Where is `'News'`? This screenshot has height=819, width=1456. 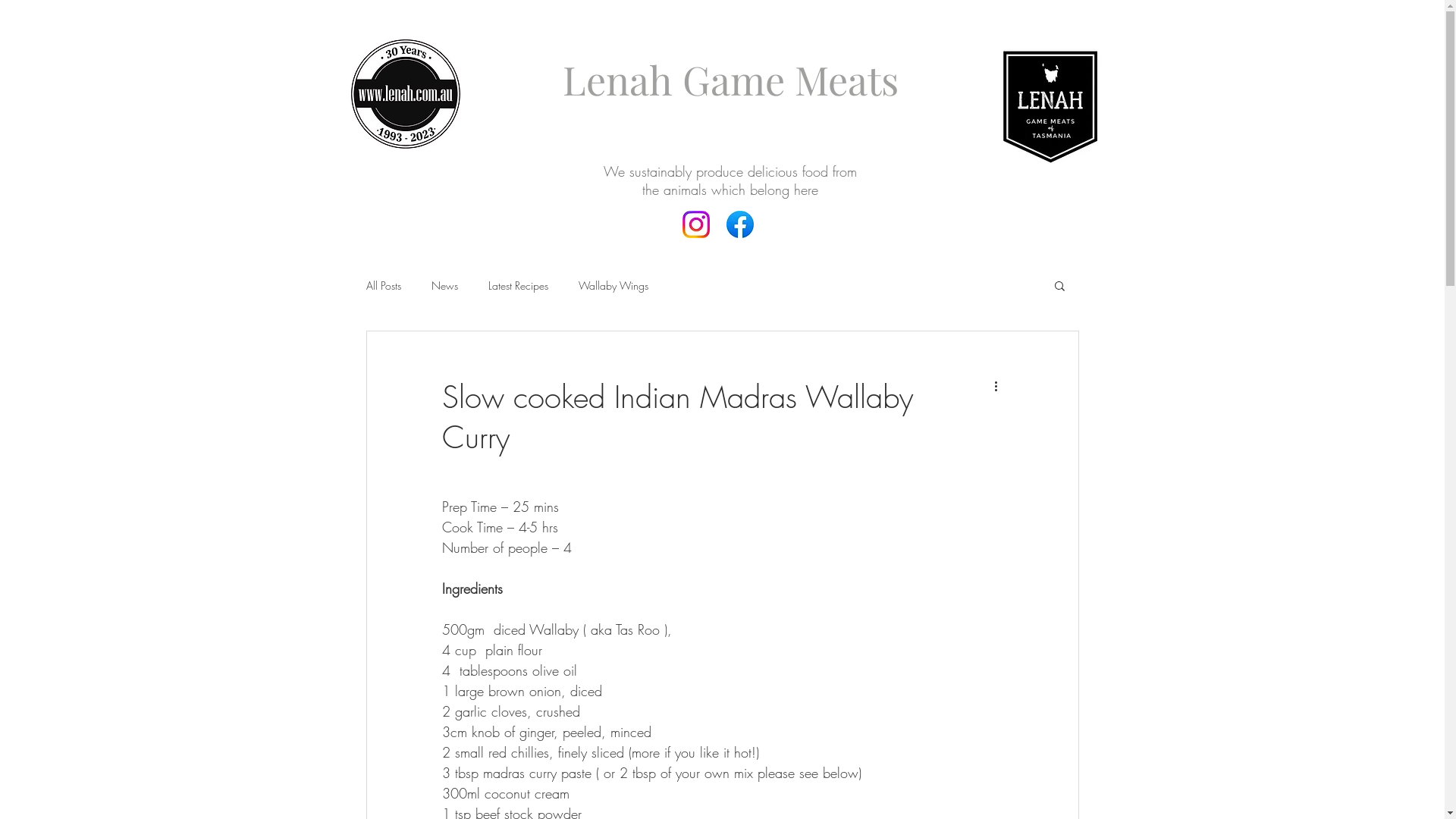
'News' is located at coordinates (443, 284).